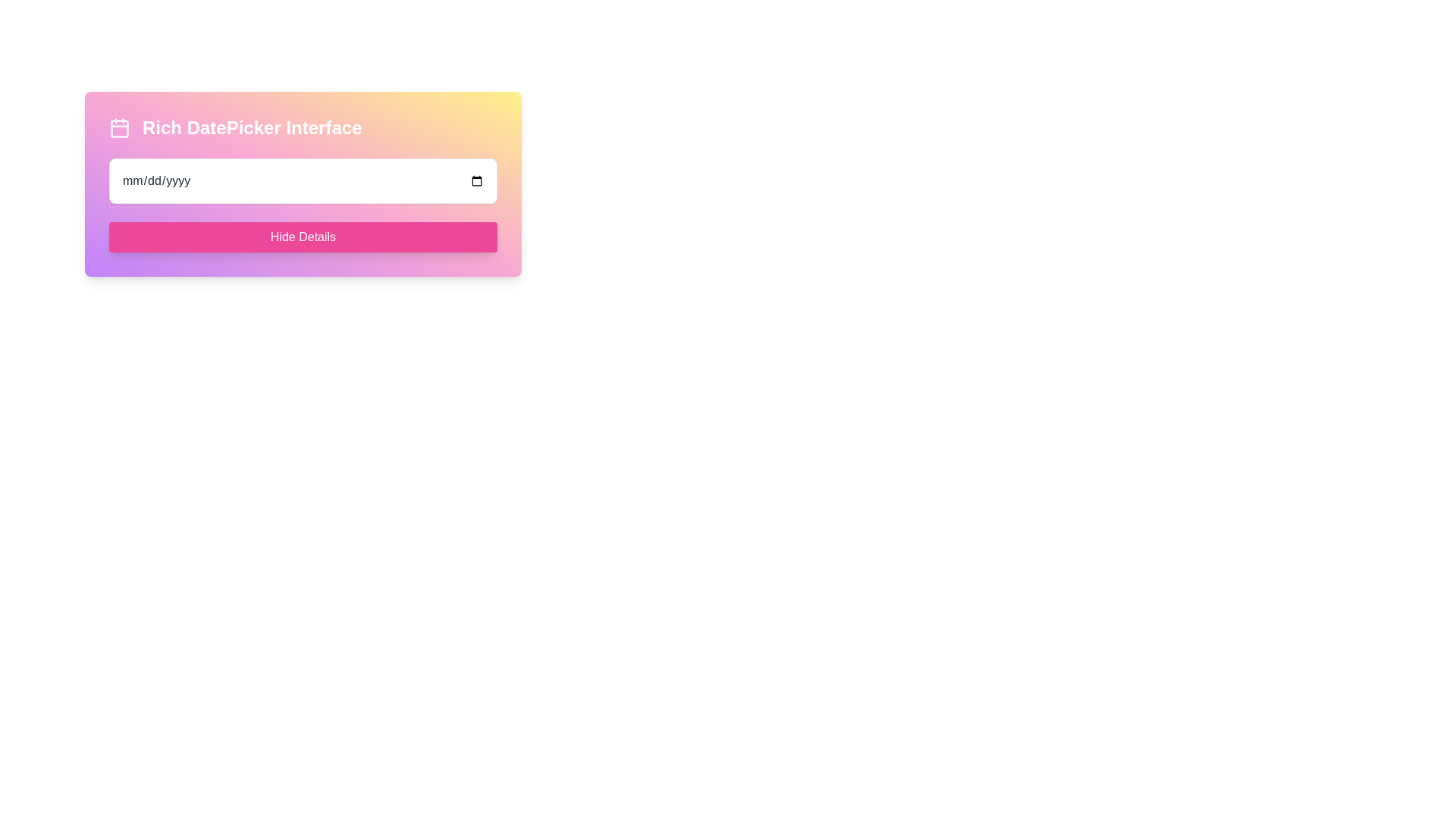  What do you see at coordinates (119, 127) in the screenshot?
I see `the date-related icon located at the upper-left of the 'Rich DatePicker Interface' header` at bounding box center [119, 127].